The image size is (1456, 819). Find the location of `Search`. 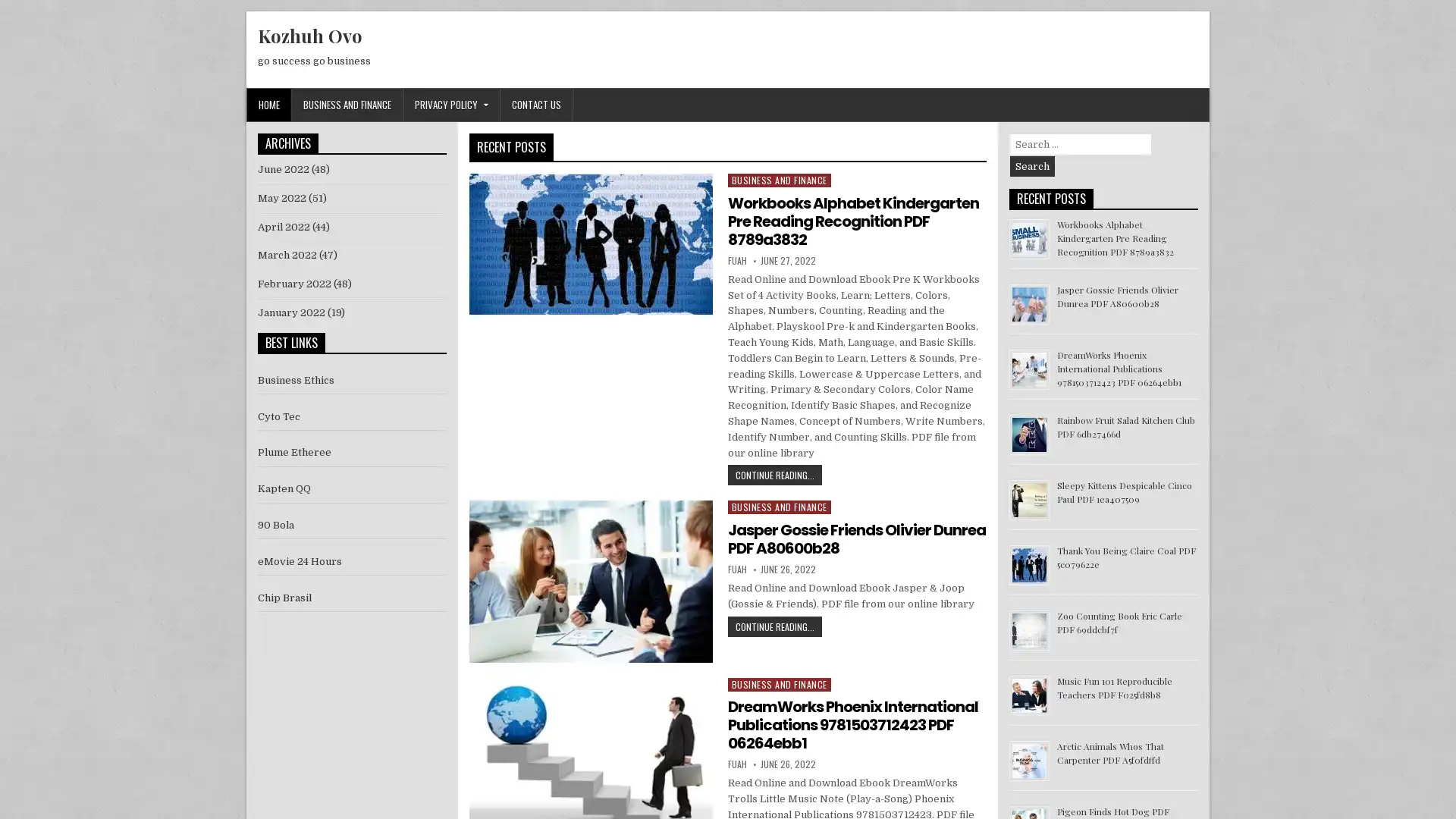

Search is located at coordinates (1031, 166).